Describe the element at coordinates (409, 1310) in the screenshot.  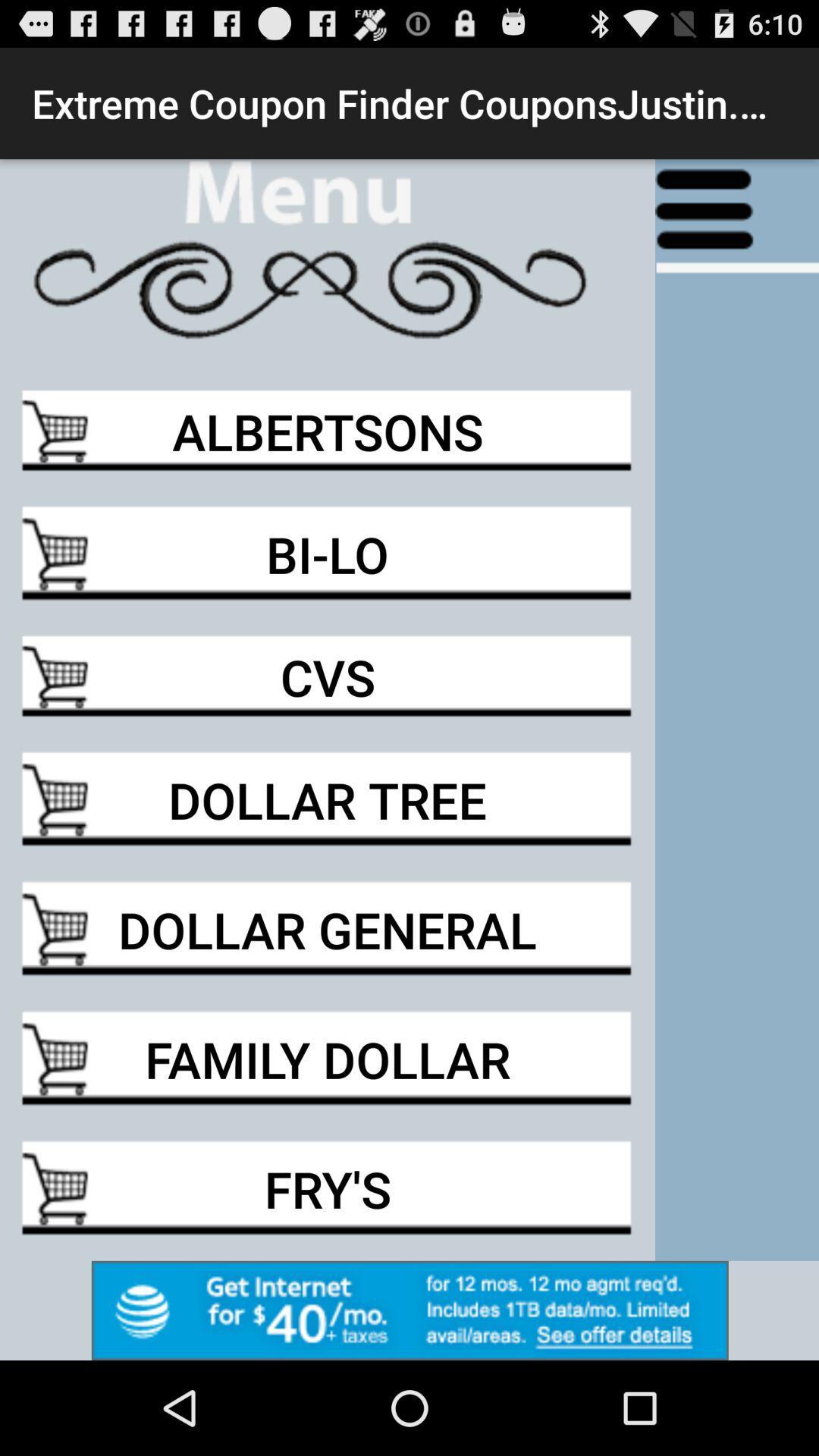
I see `advertisement at bottom` at that location.